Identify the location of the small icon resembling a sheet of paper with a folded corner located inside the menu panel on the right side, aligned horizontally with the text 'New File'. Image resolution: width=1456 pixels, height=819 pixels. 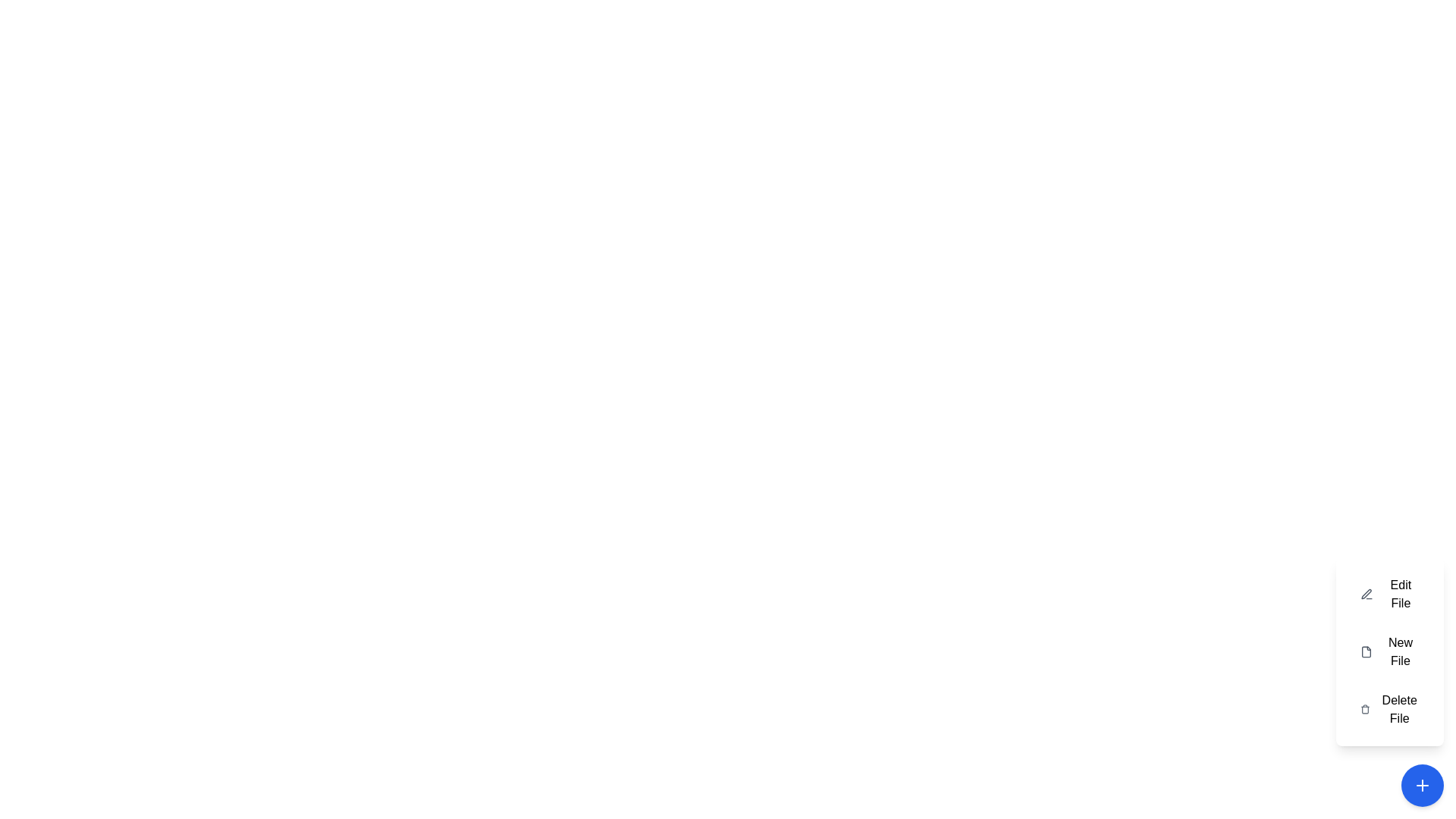
(1366, 651).